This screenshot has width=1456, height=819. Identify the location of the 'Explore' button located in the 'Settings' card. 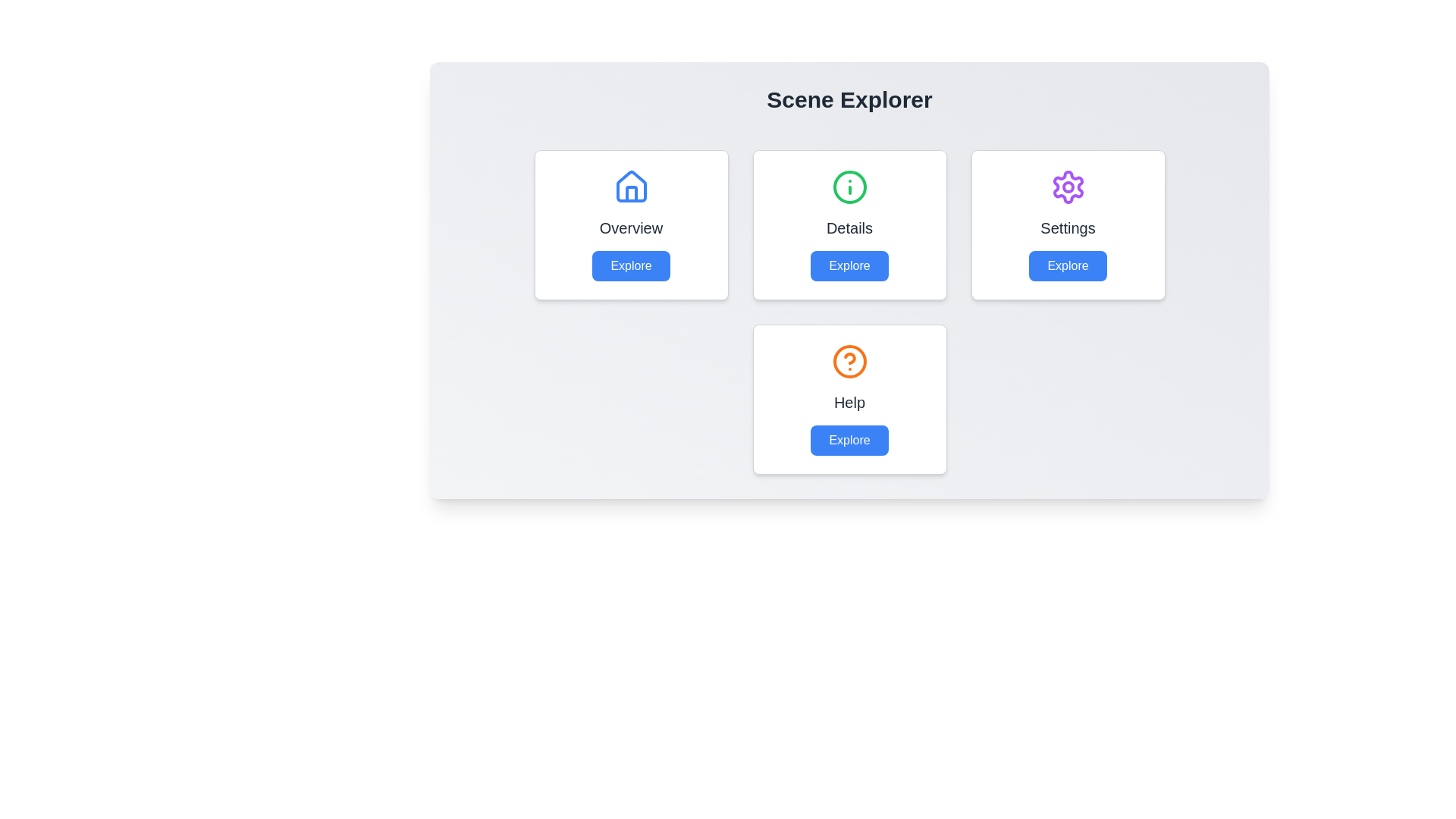
(1067, 265).